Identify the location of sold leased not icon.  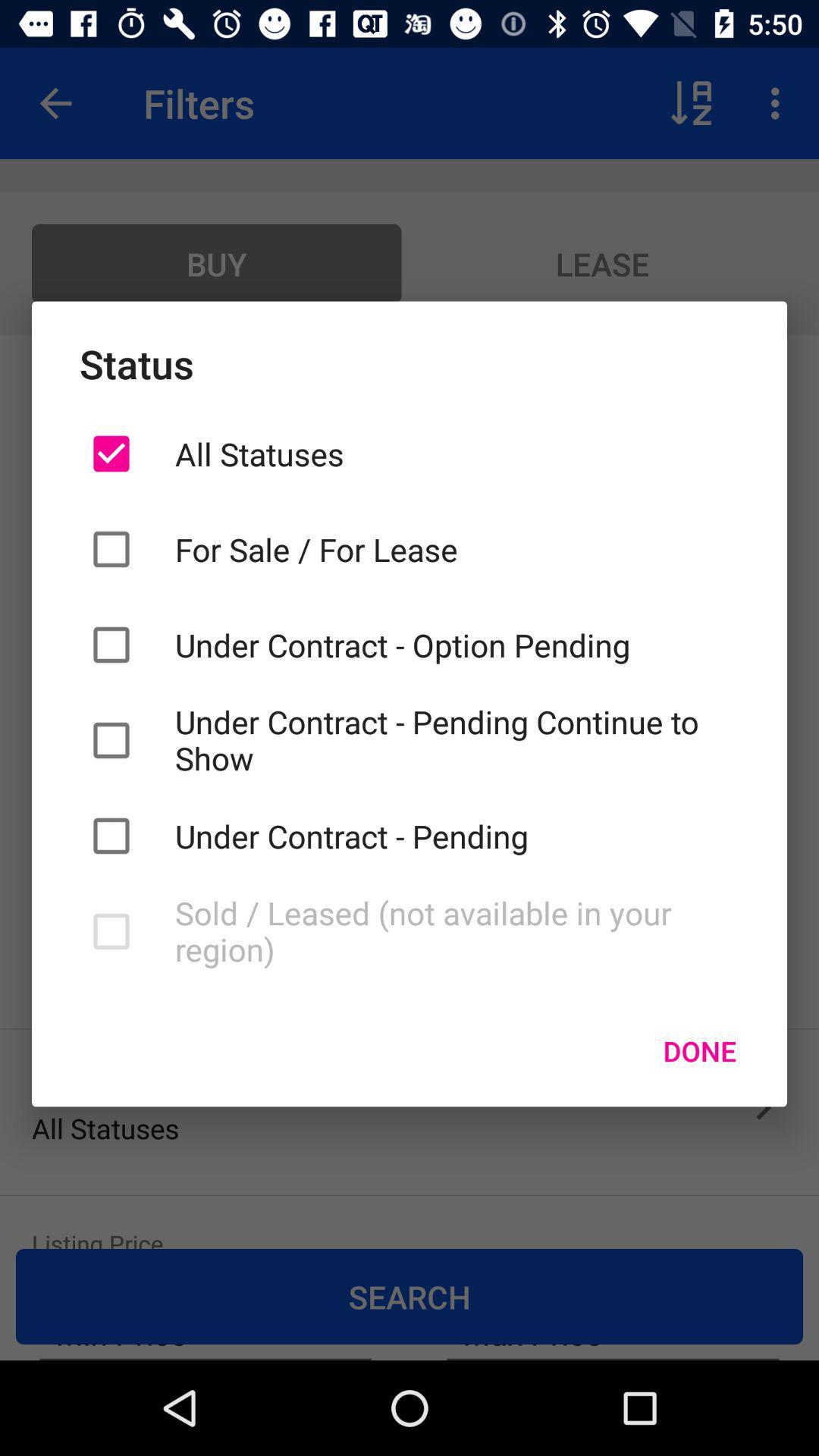
(456, 930).